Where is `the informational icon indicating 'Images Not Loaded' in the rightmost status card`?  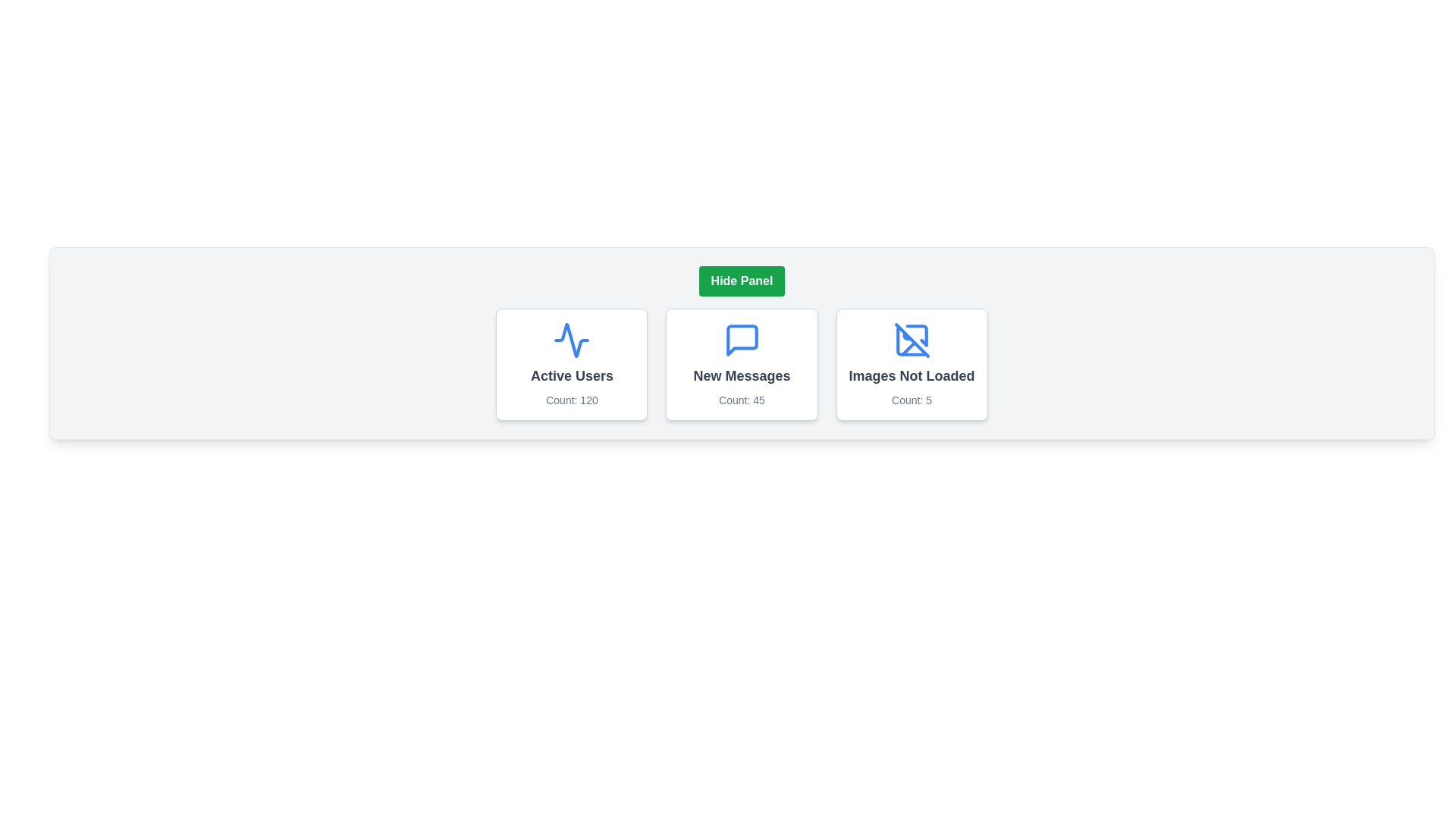 the informational icon indicating 'Images Not Loaded' in the rightmost status card is located at coordinates (911, 339).